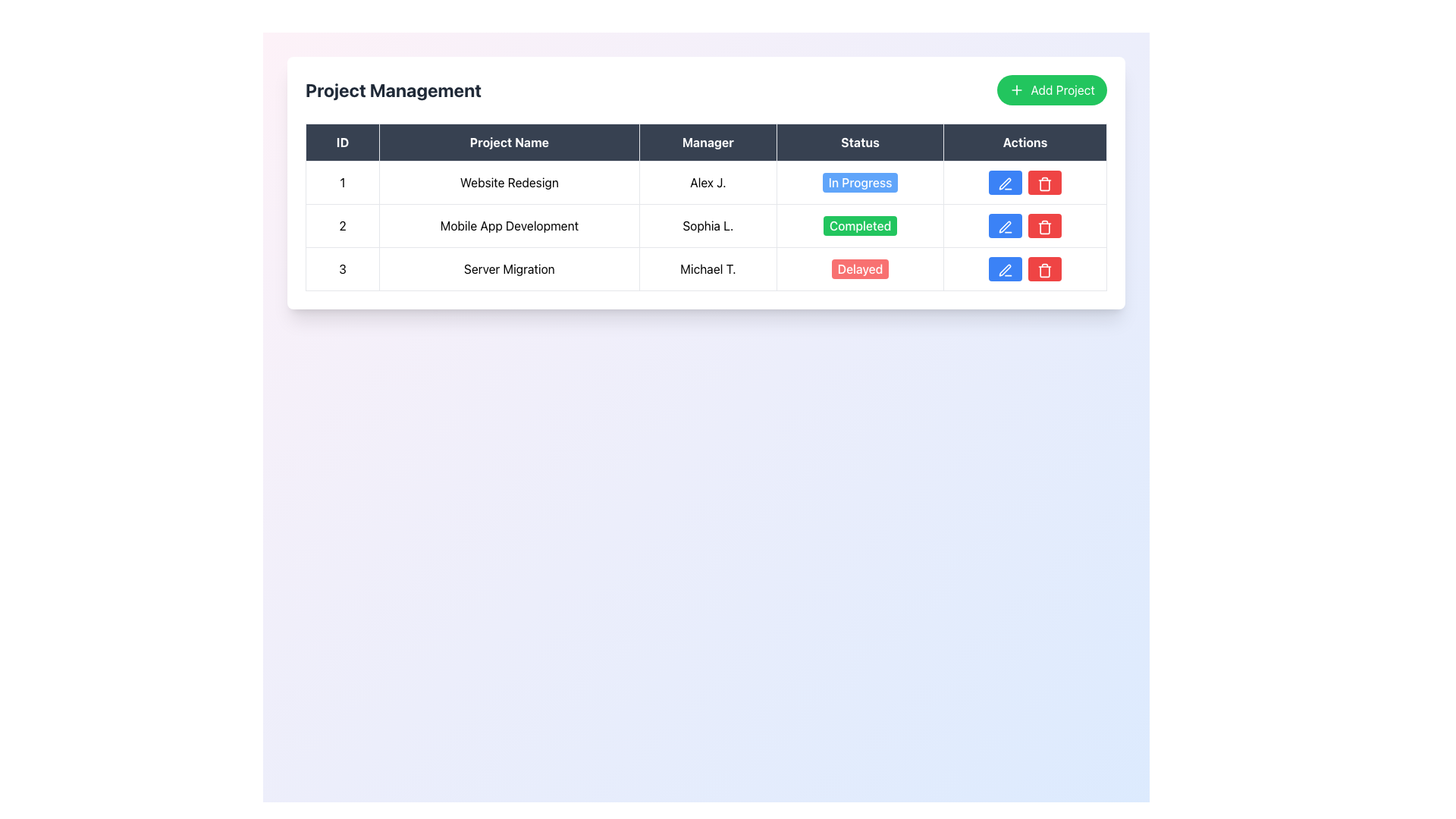  I want to click on the 'Actions' table header cell, which is the last column header in the table, positioned to the far right of the headers labeled 'ID,' 'Project Name,' 'Manager,' and 'Status.', so click(1025, 143).